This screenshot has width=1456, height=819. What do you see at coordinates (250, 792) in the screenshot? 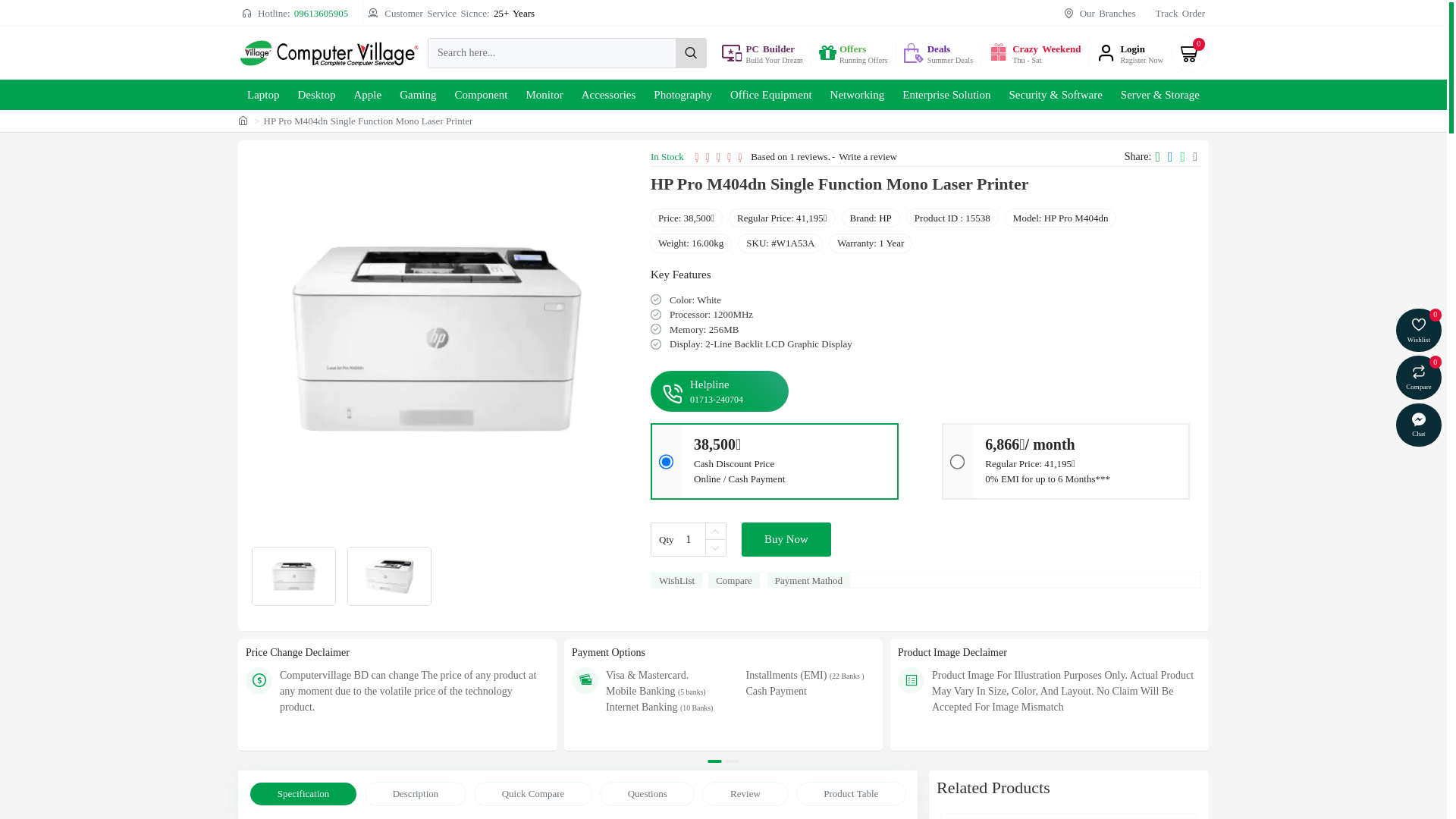
I see `'Specification'` at bounding box center [250, 792].